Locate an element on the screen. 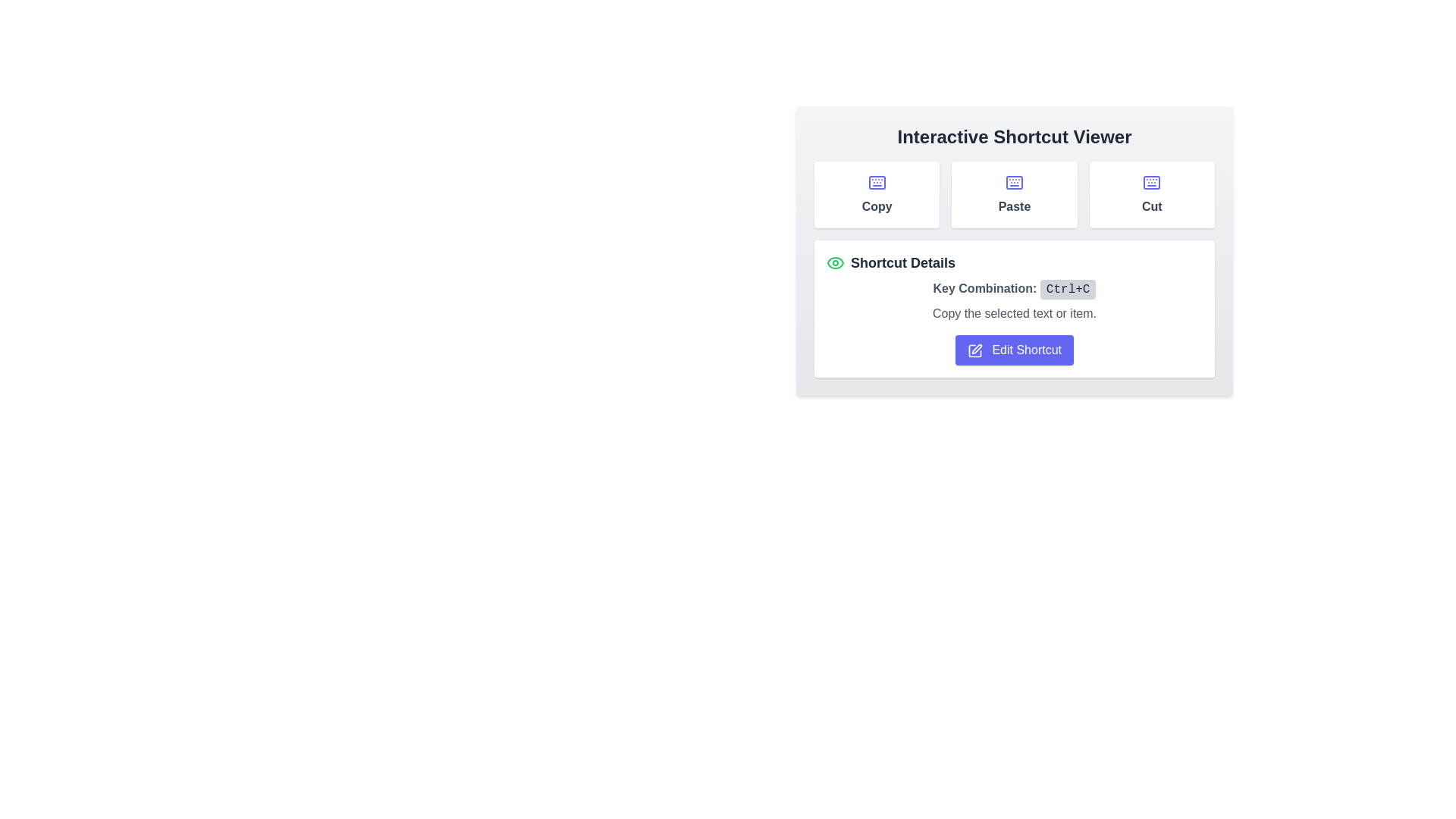 The image size is (1456, 819). the 'Edit Shortcut' button with an indigo background and white text located at the bottom of the 'Shortcut Details' section is located at coordinates (1015, 350).